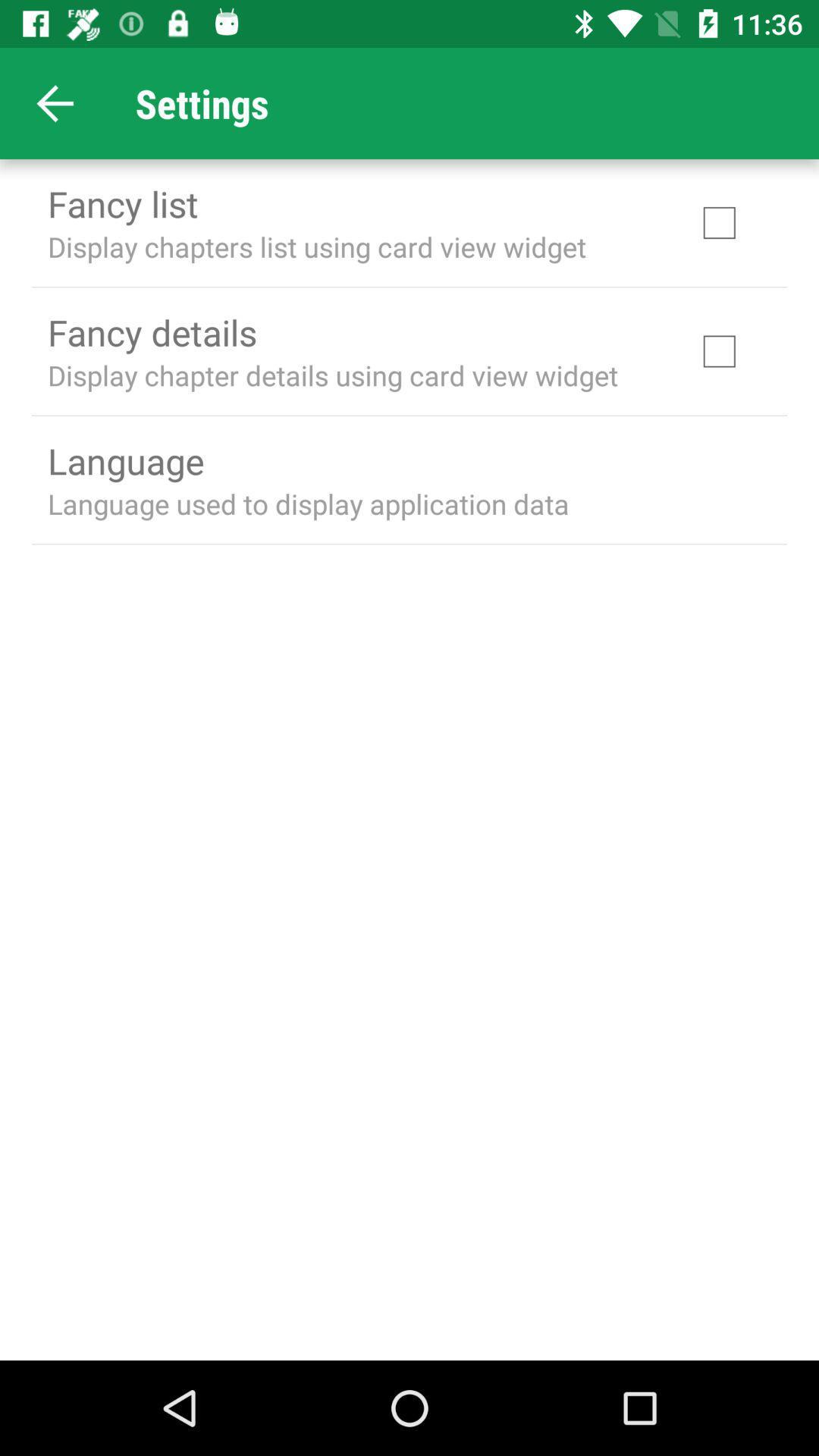 The width and height of the screenshot is (819, 1456). Describe the element at coordinates (55, 102) in the screenshot. I see `come back` at that location.